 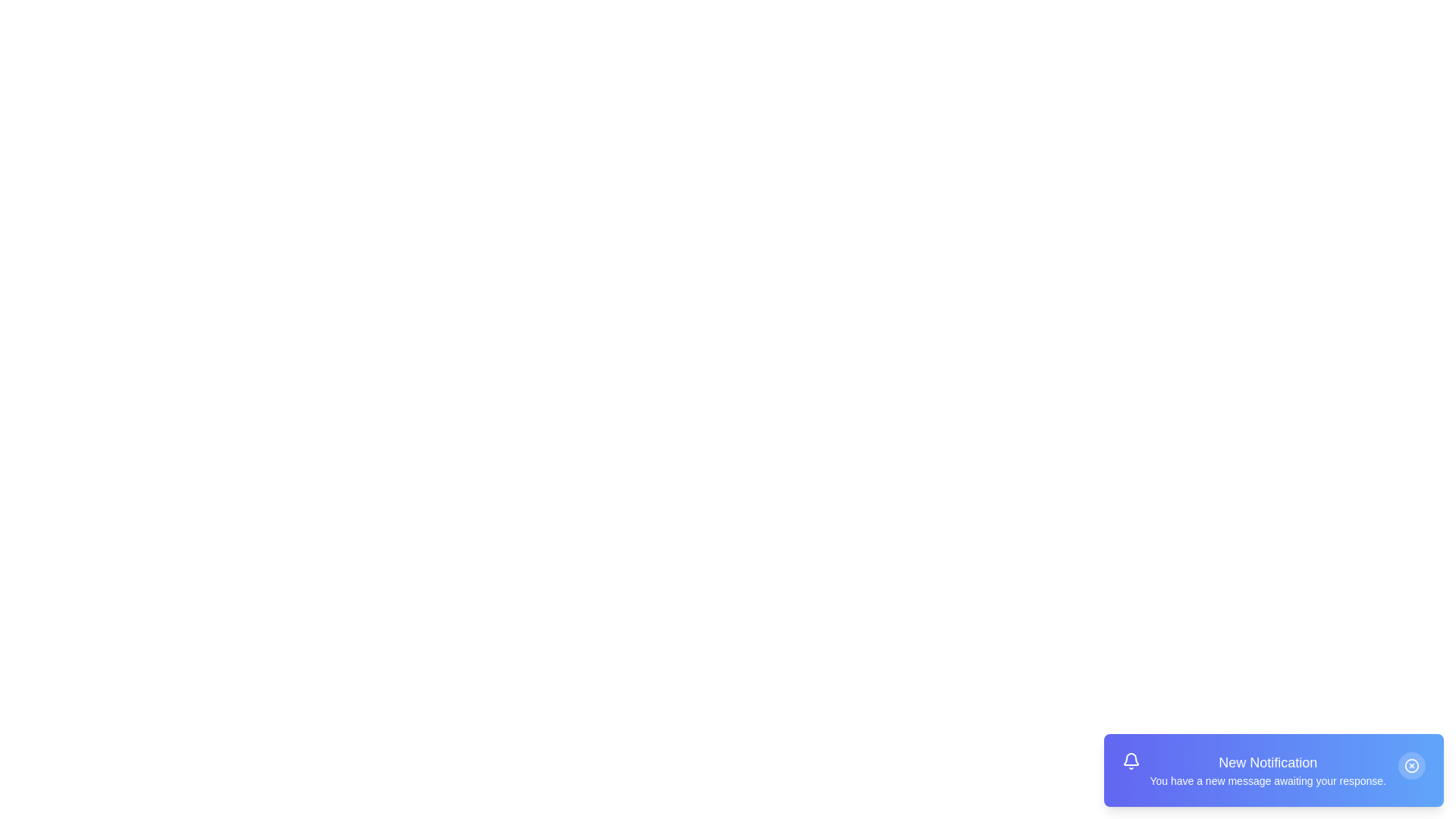 I want to click on the close button to dismiss the snackbar, so click(x=1411, y=766).